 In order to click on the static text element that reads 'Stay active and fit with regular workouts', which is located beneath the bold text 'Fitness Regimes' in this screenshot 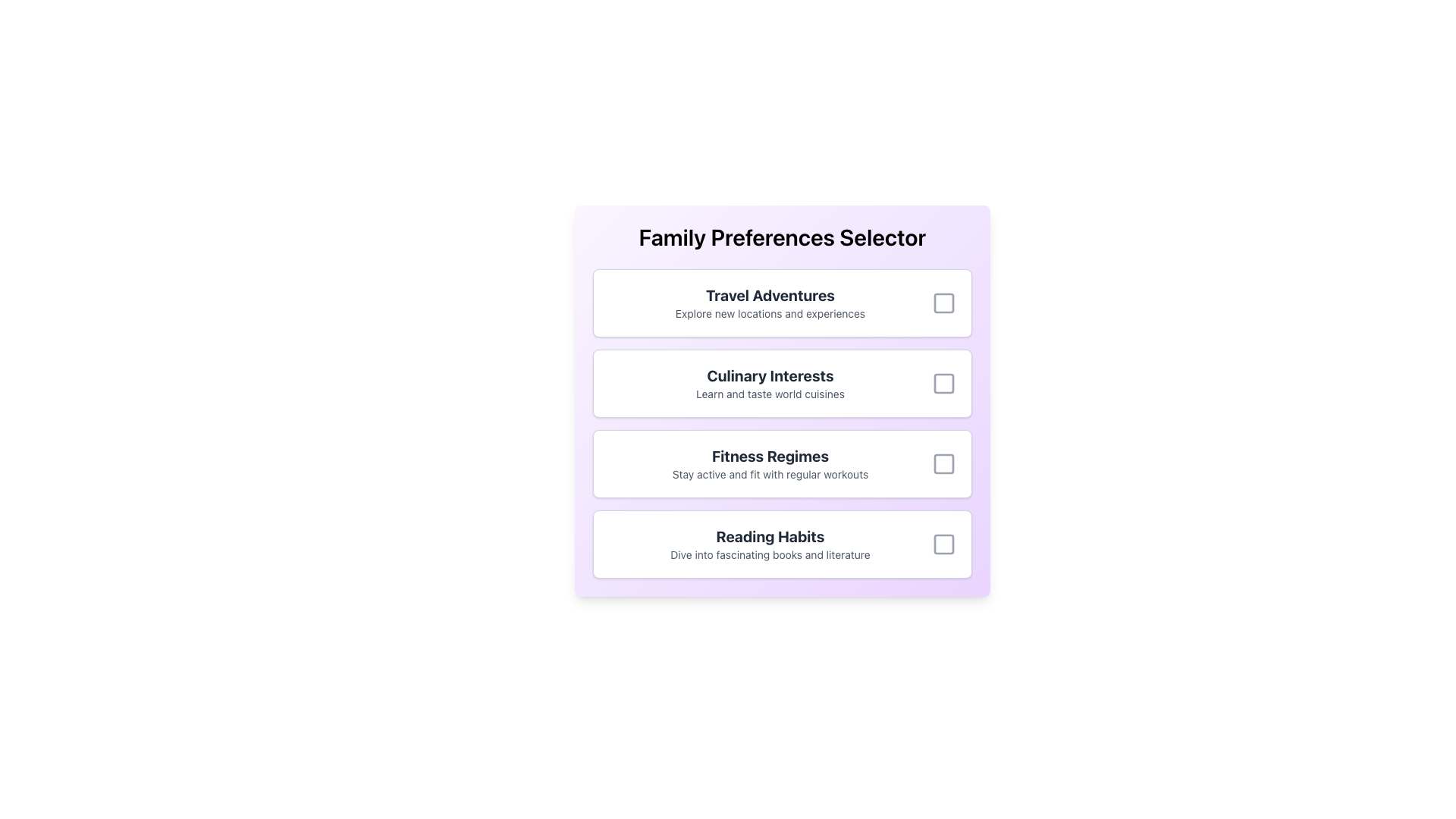, I will do `click(770, 473)`.